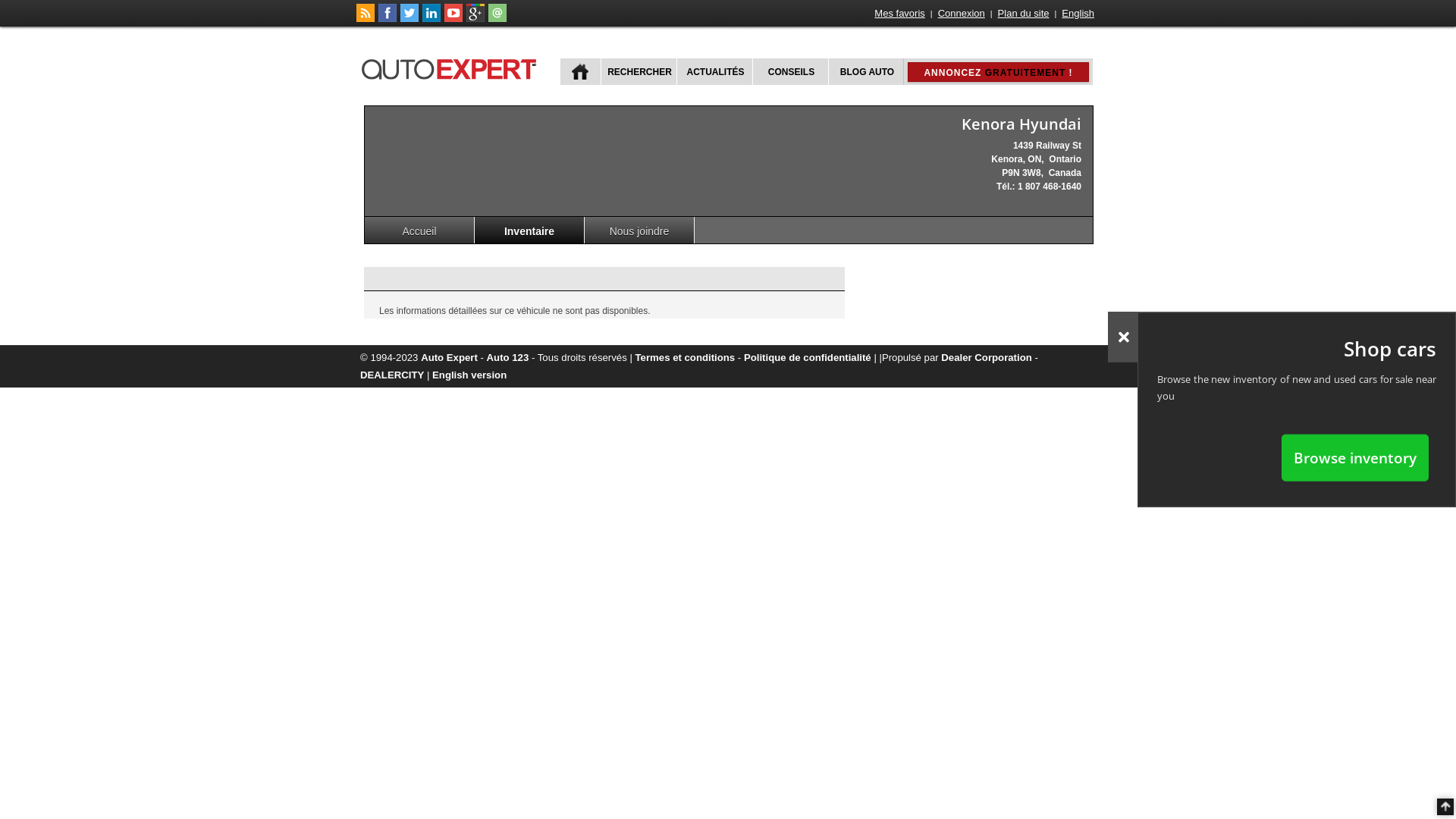 Image resolution: width=1456 pixels, height=819 pixels. Describe the element at coordinates (986, 357) in the screenshot. I see `'Dealer Corporation'` at that location.